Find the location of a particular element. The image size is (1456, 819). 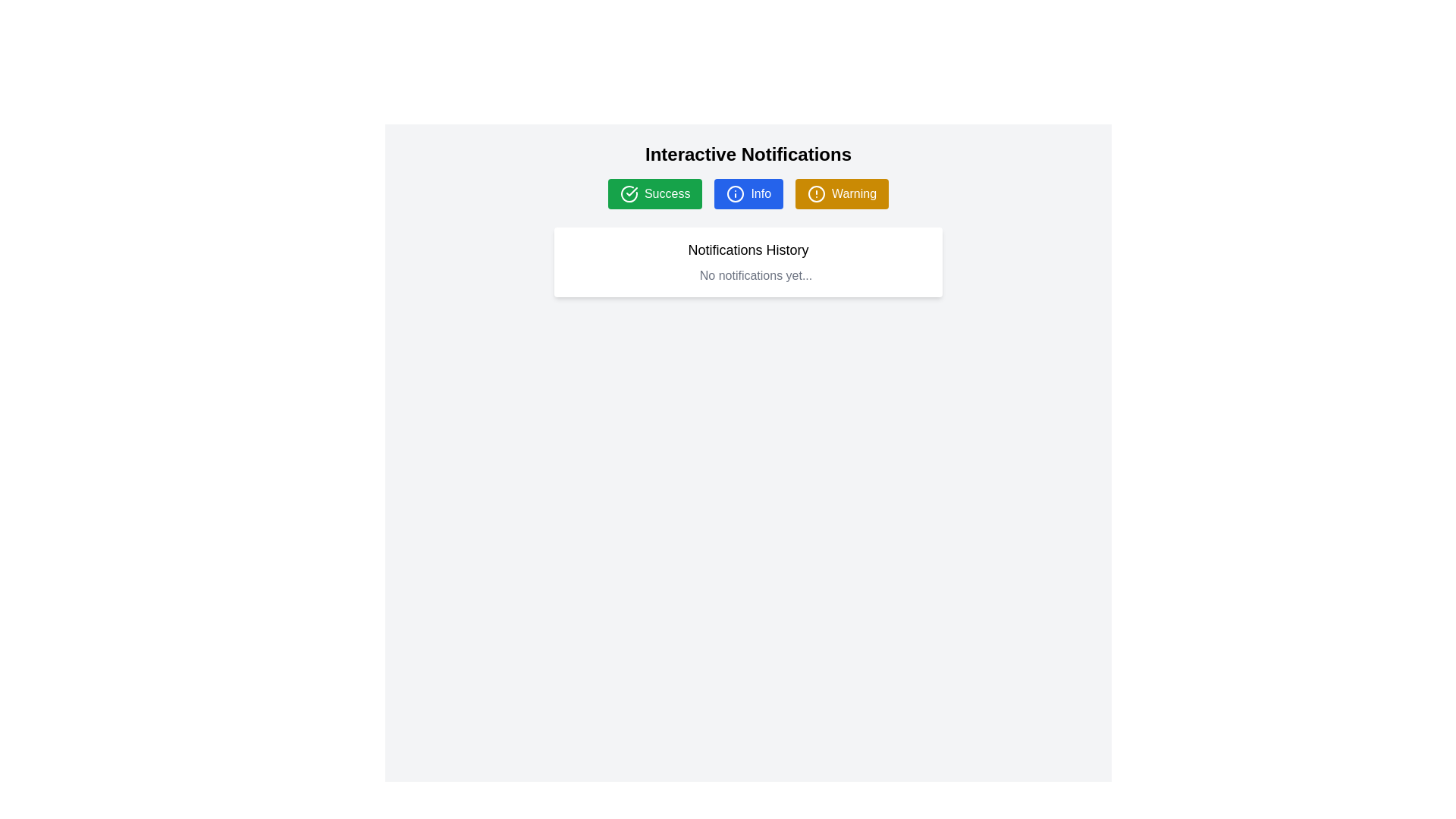

the notification history panel that displays the current state of notifications, located below the 'Interactive Notifications' heading and the buttons labeled 'Success', 'Info', and 'Warning' is located at coordinates (748, 262).